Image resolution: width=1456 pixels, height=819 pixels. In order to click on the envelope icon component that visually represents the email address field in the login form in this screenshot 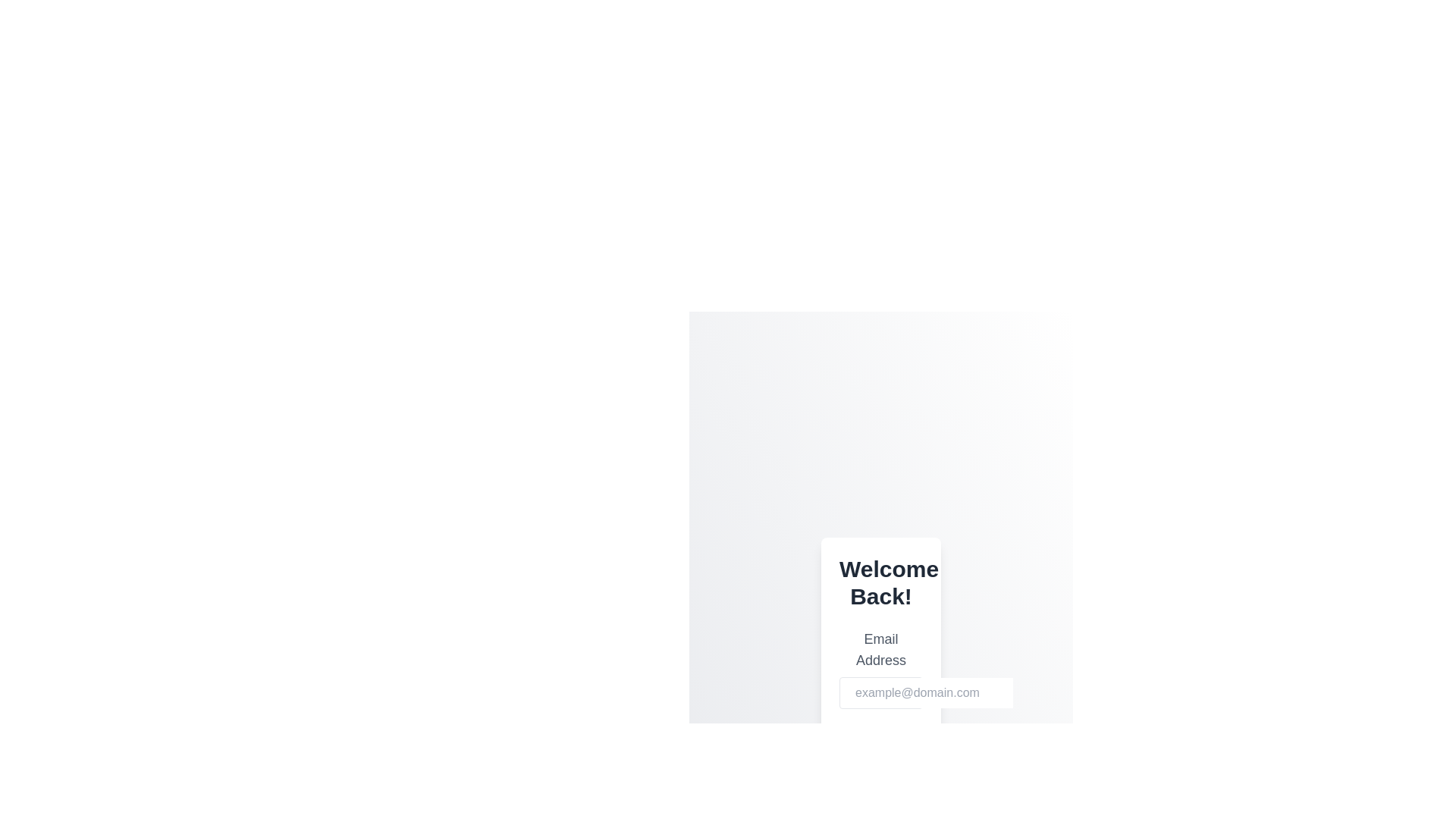, I will do `click(858, 694)`.